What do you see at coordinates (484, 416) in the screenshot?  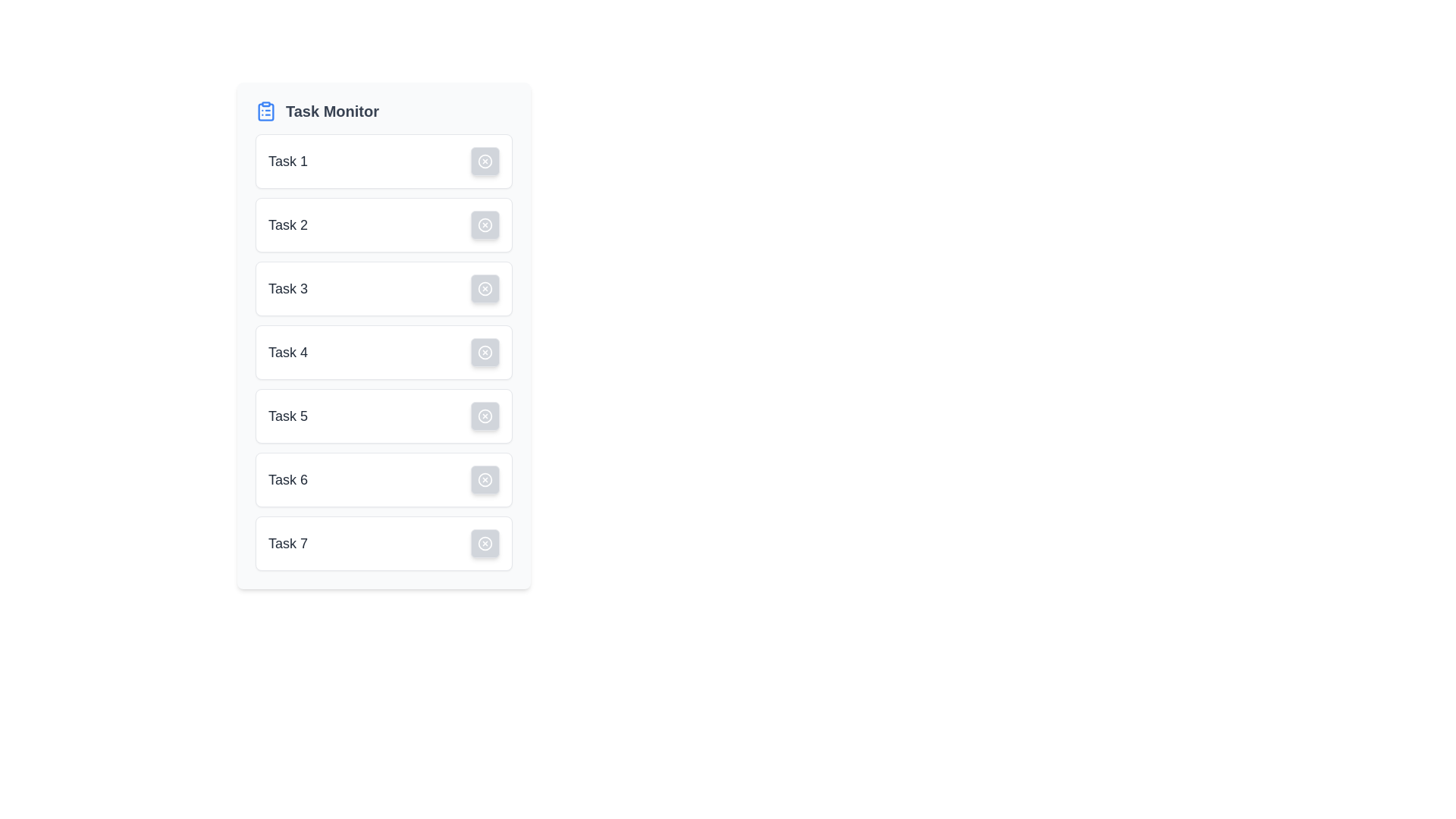 I see `the deletion or cancellation button for 'Task 5' located in the vertical list under the 'Task Monitor' label` at bounding box center [484, 416].